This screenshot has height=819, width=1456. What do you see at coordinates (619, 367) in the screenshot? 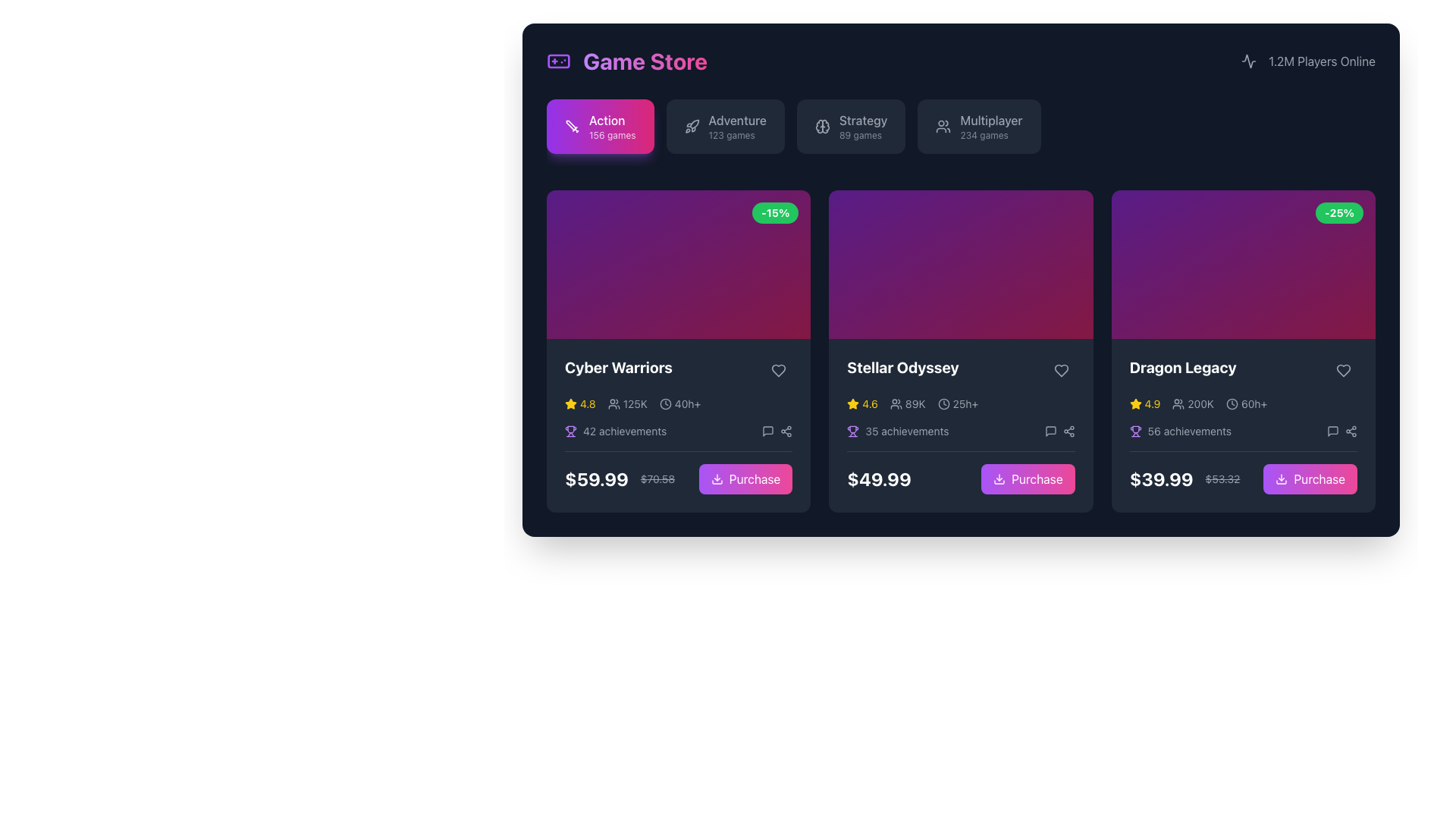
I see `the text label for the game 'Cyber Warriors', which serves as the title in the card layout` at bounding box center [619, 367].